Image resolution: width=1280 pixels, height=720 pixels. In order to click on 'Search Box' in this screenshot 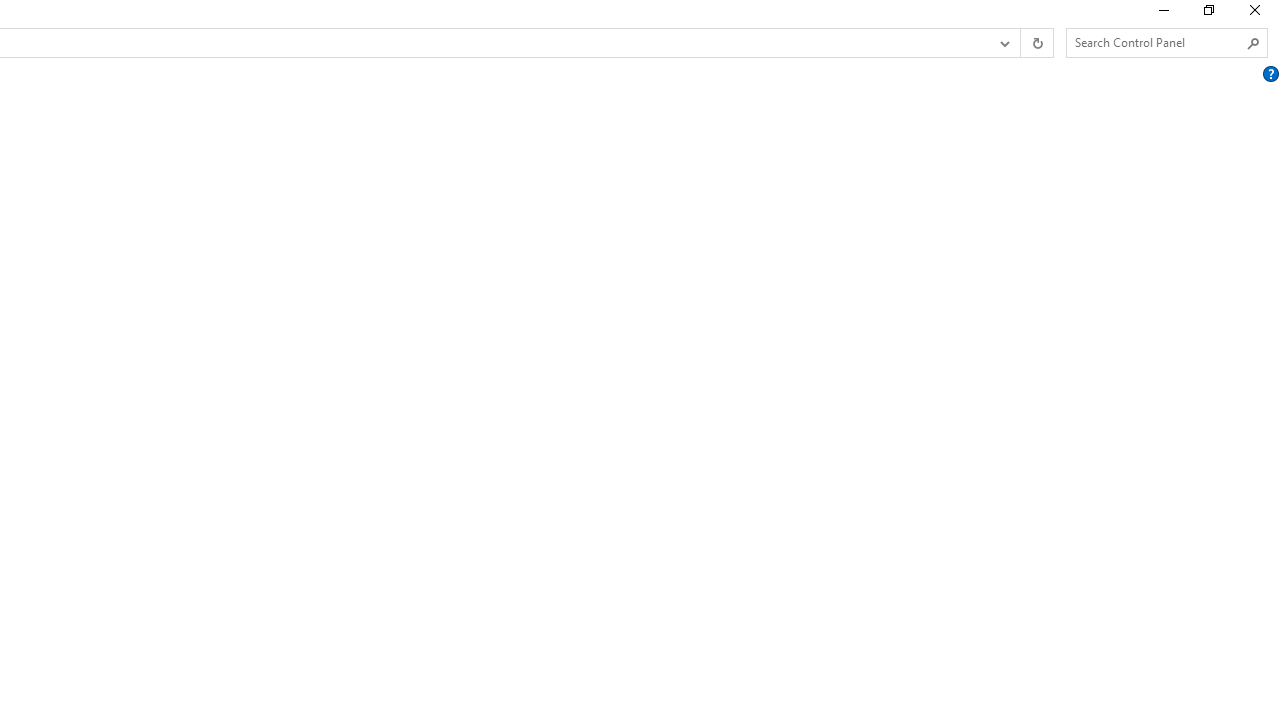, I will do `click(1157, 42)`.